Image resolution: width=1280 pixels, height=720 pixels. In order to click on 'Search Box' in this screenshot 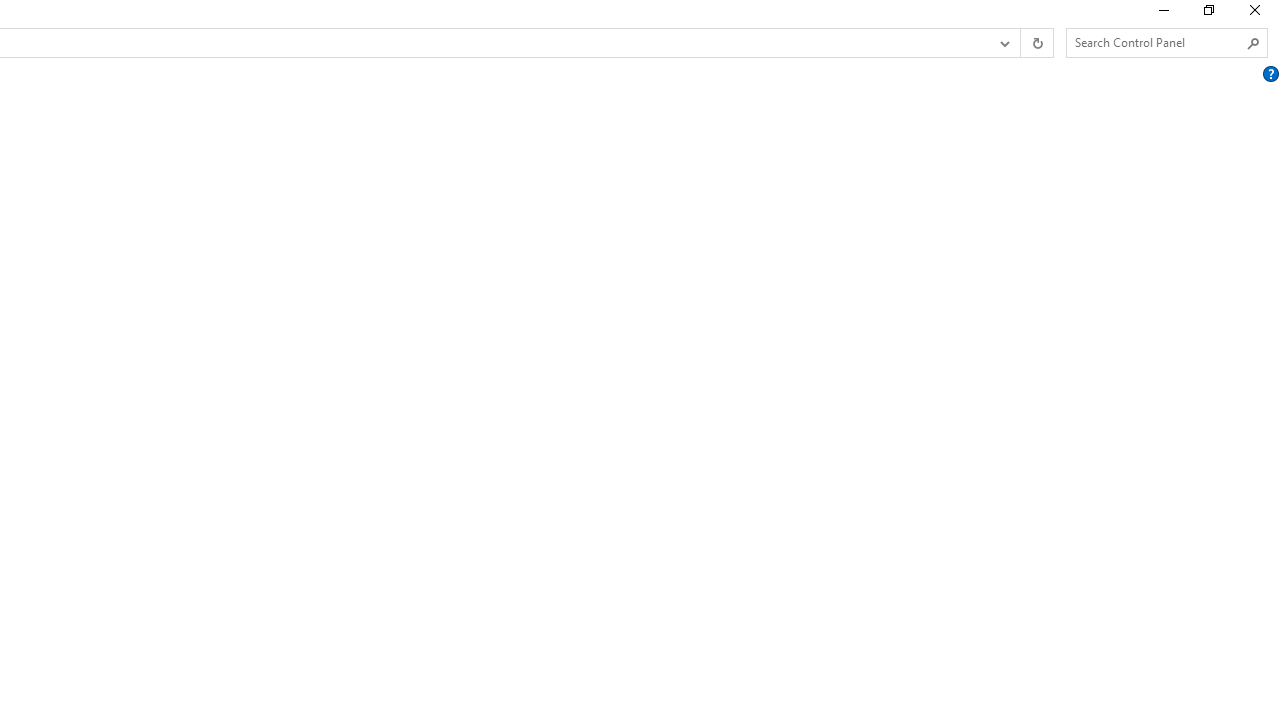, I will do `click(1157, 42)`.